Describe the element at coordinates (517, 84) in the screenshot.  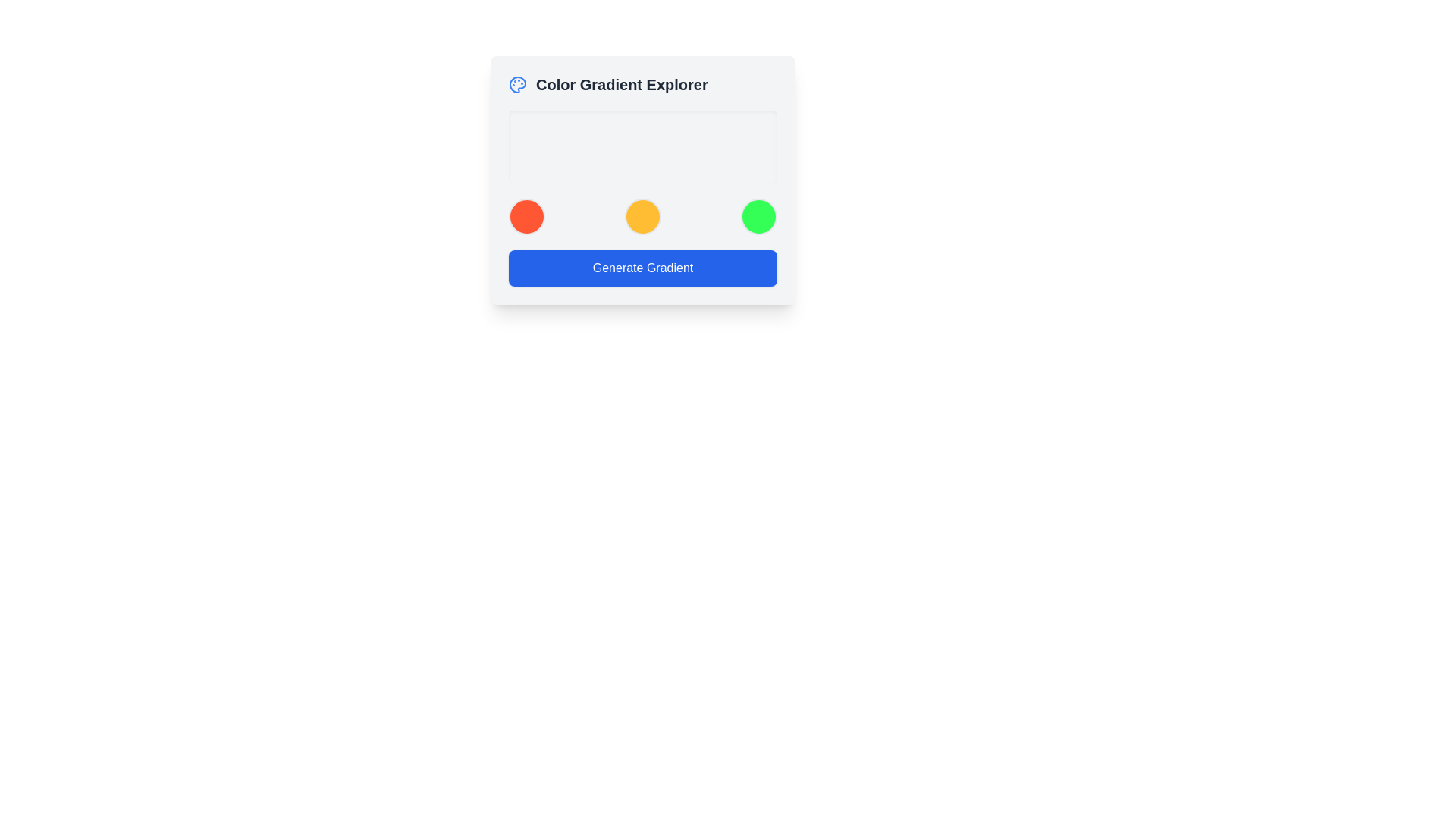
I see `the SVG palette icon representing the 'Color Gradient Explorer' functionality, serving as a visual anchor for surrounding elements` at that location.